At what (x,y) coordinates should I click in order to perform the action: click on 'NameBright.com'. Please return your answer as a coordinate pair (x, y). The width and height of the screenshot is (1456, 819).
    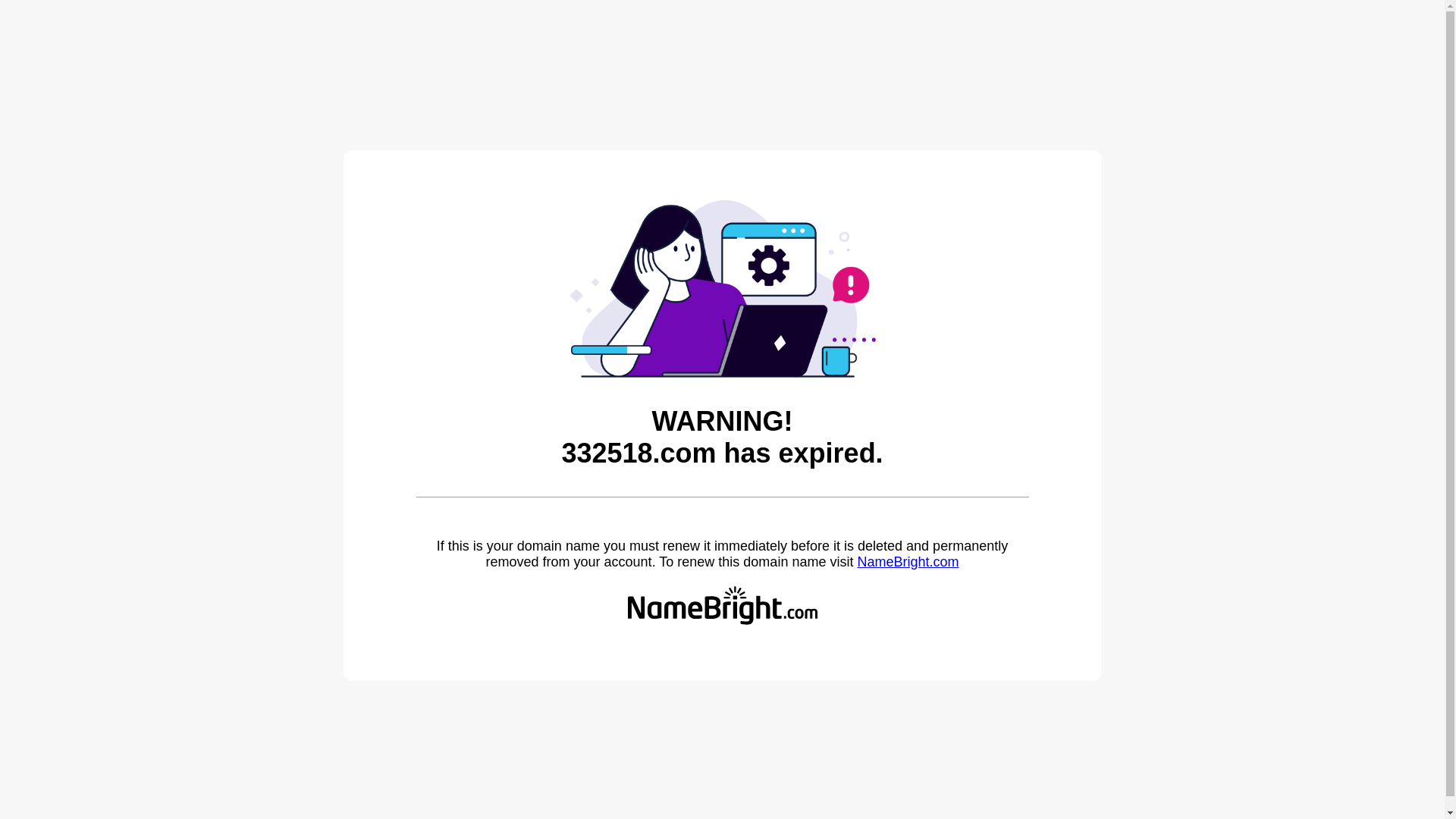
    Looking at the image, I should click on (856, 561).